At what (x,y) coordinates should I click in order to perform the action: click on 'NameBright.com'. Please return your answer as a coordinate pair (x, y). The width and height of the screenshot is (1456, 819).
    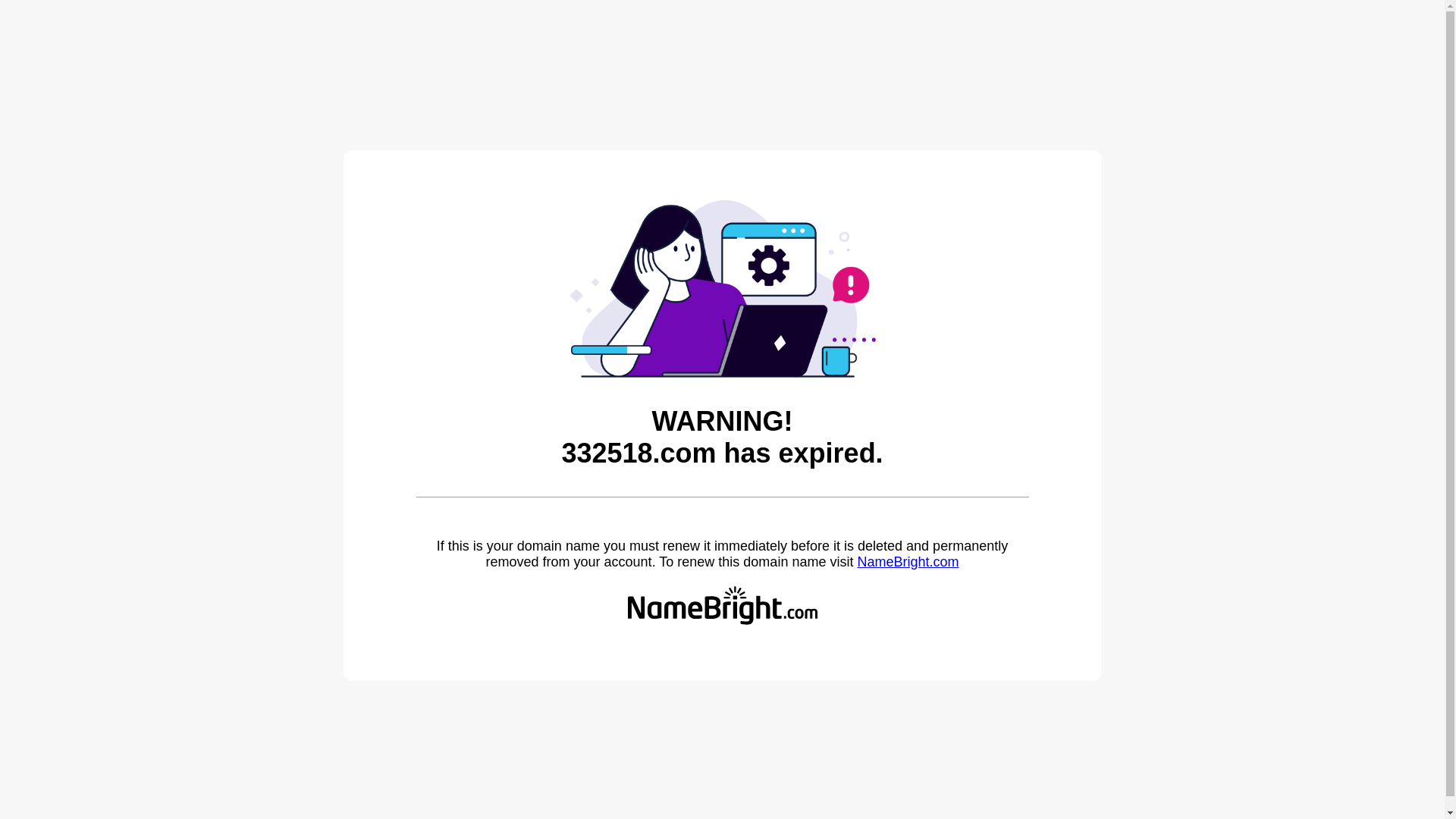
    Looking at the image, I should click on (856, 561).